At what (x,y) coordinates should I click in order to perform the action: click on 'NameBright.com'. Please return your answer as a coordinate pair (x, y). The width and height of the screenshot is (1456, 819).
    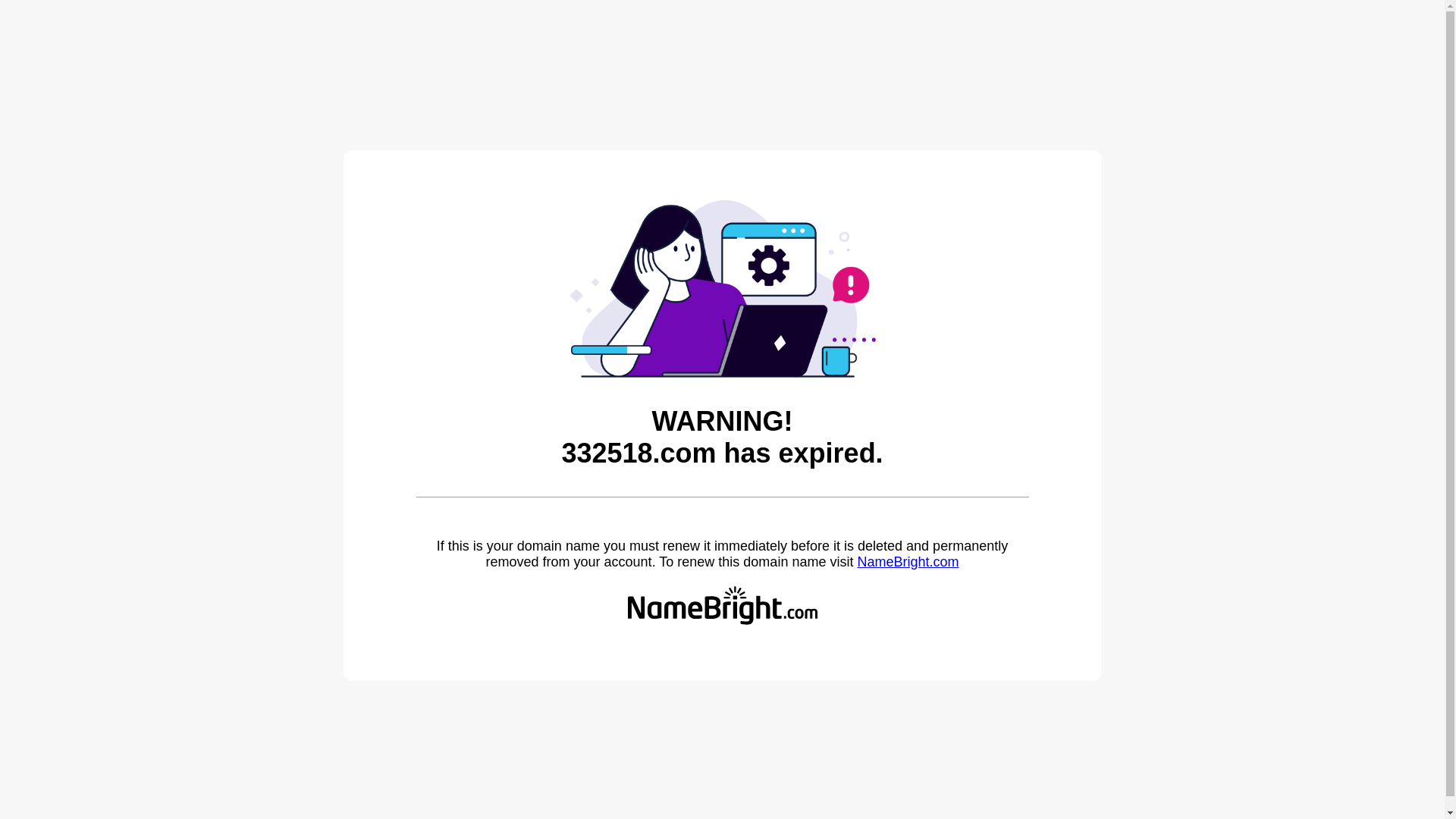
    Looking at the image, I should click on (856, 561).